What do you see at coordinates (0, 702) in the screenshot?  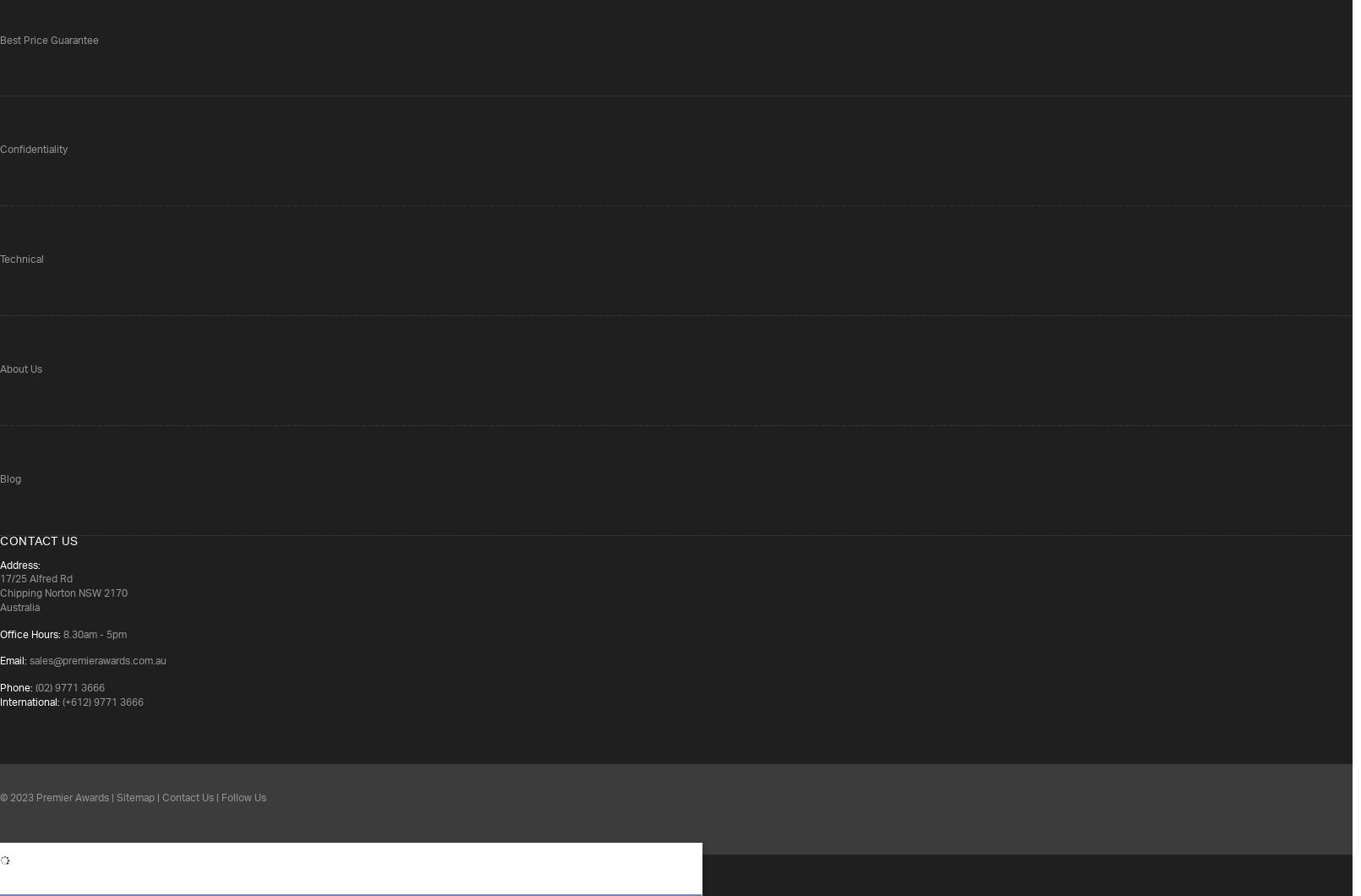 I see `'International:'` at bounding box center [0, 702].